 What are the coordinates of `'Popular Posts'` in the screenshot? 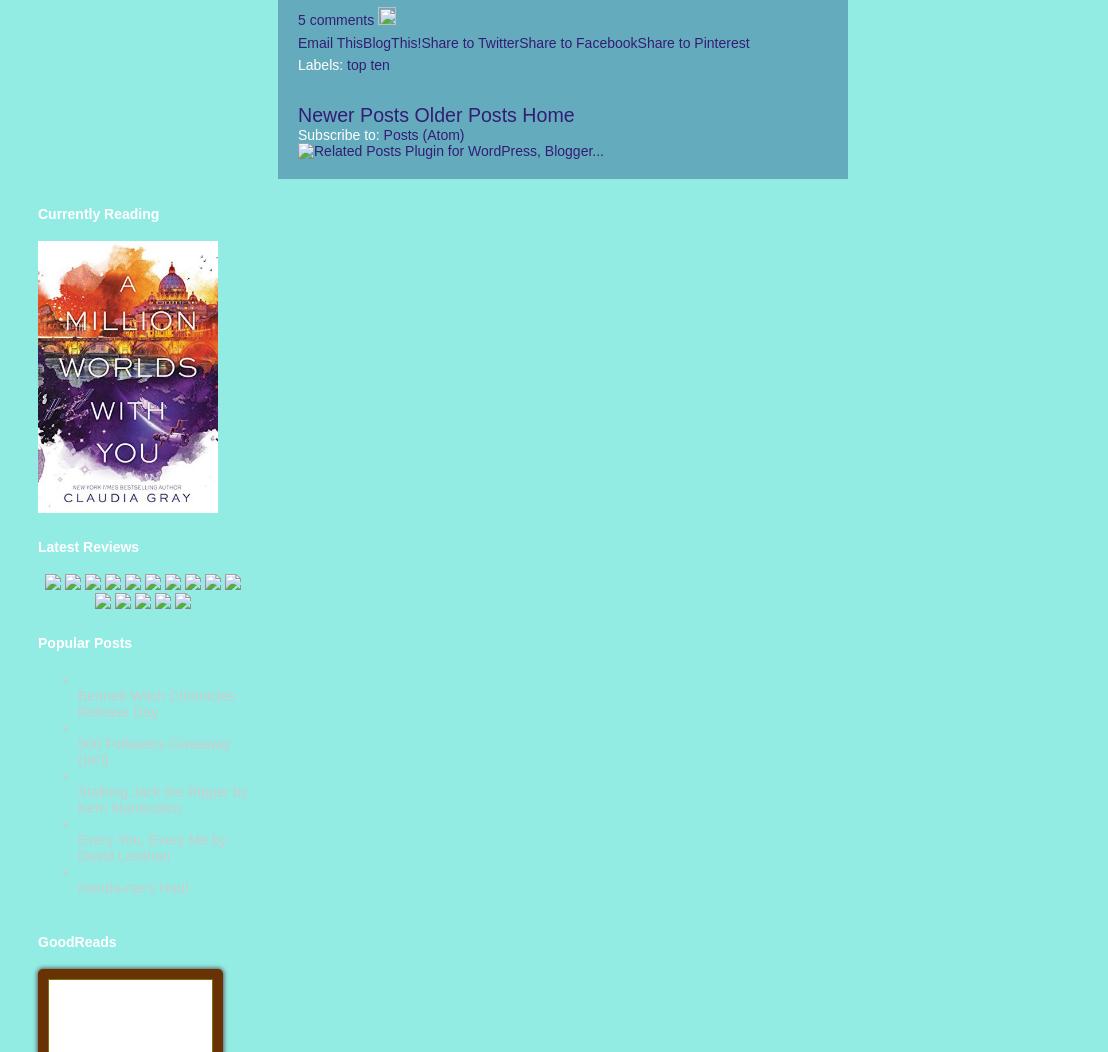 It's located at (38, 642).